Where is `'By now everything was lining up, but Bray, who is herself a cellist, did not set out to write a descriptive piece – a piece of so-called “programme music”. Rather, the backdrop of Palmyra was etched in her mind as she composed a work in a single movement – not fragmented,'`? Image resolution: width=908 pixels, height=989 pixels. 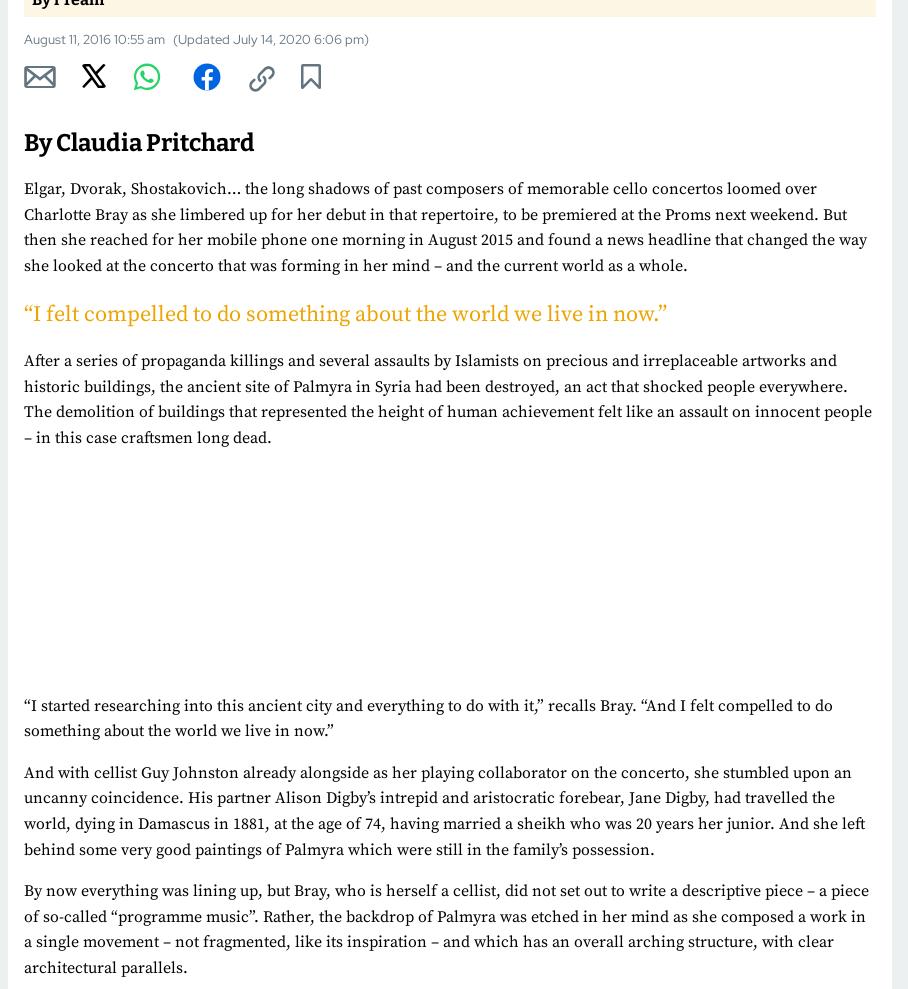
'By now everything was lining up, but Bray, who is herself a cellist, did not set out to write a descriptive piece – a piece of so-called “programme music”. Rather, the backdrop of Palmyra was etched in her mind as she composed a work in a single movement – not fragmented,' is located at coordinates (446, 915).